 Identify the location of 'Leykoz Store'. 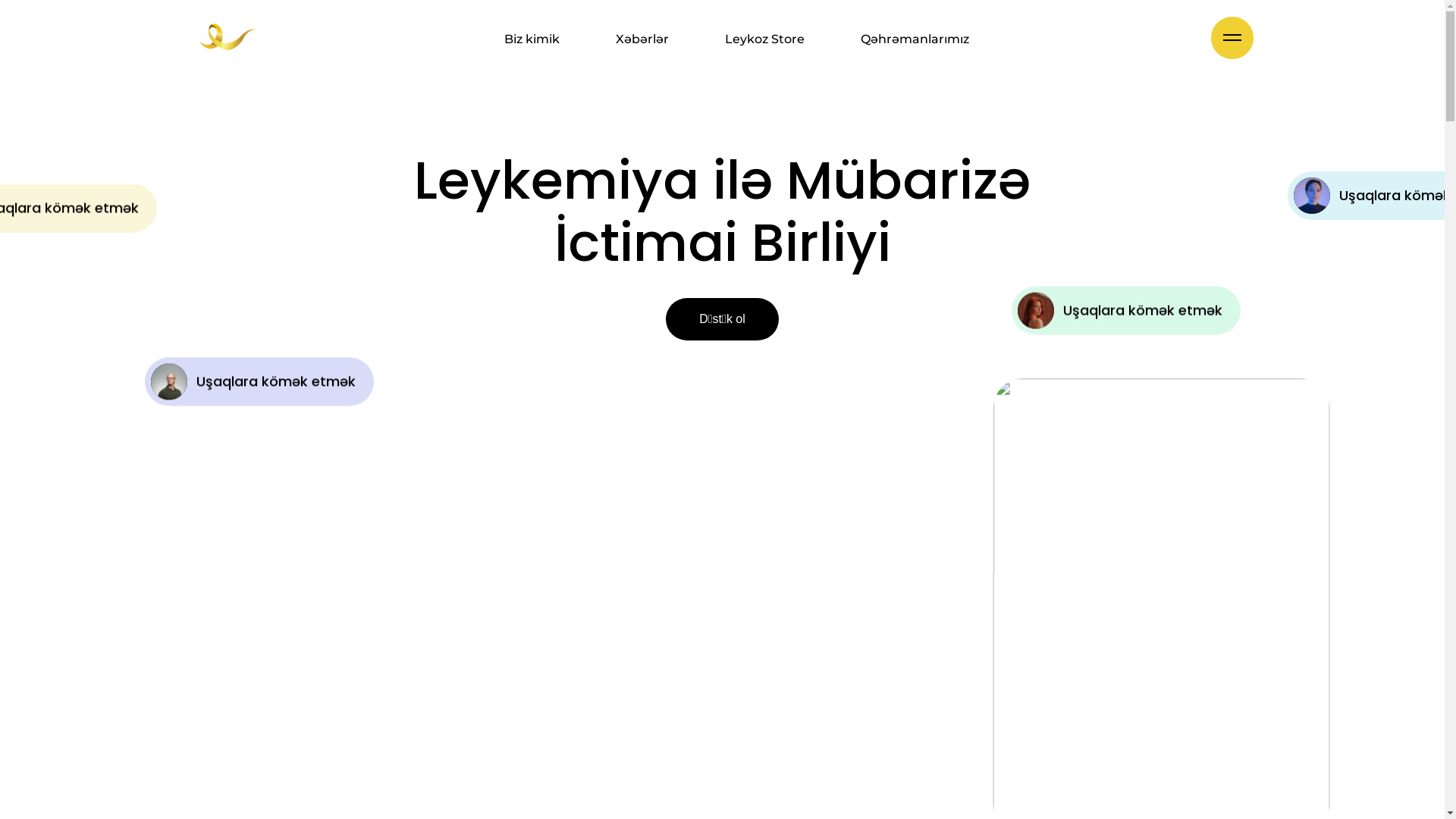
(764, 38).